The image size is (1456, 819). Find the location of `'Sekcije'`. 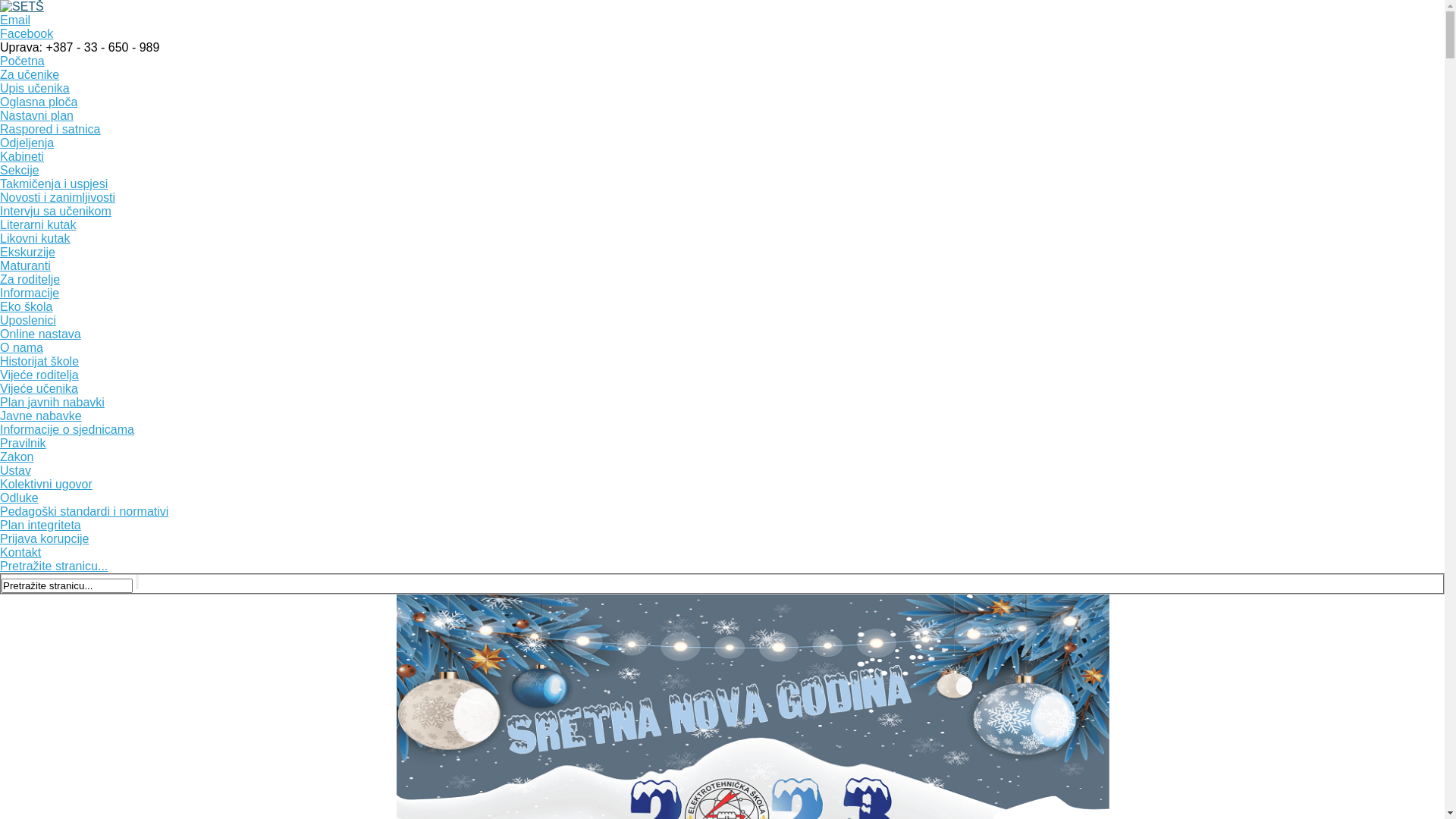

'Sekcije' is located at coordinates (19, 170).